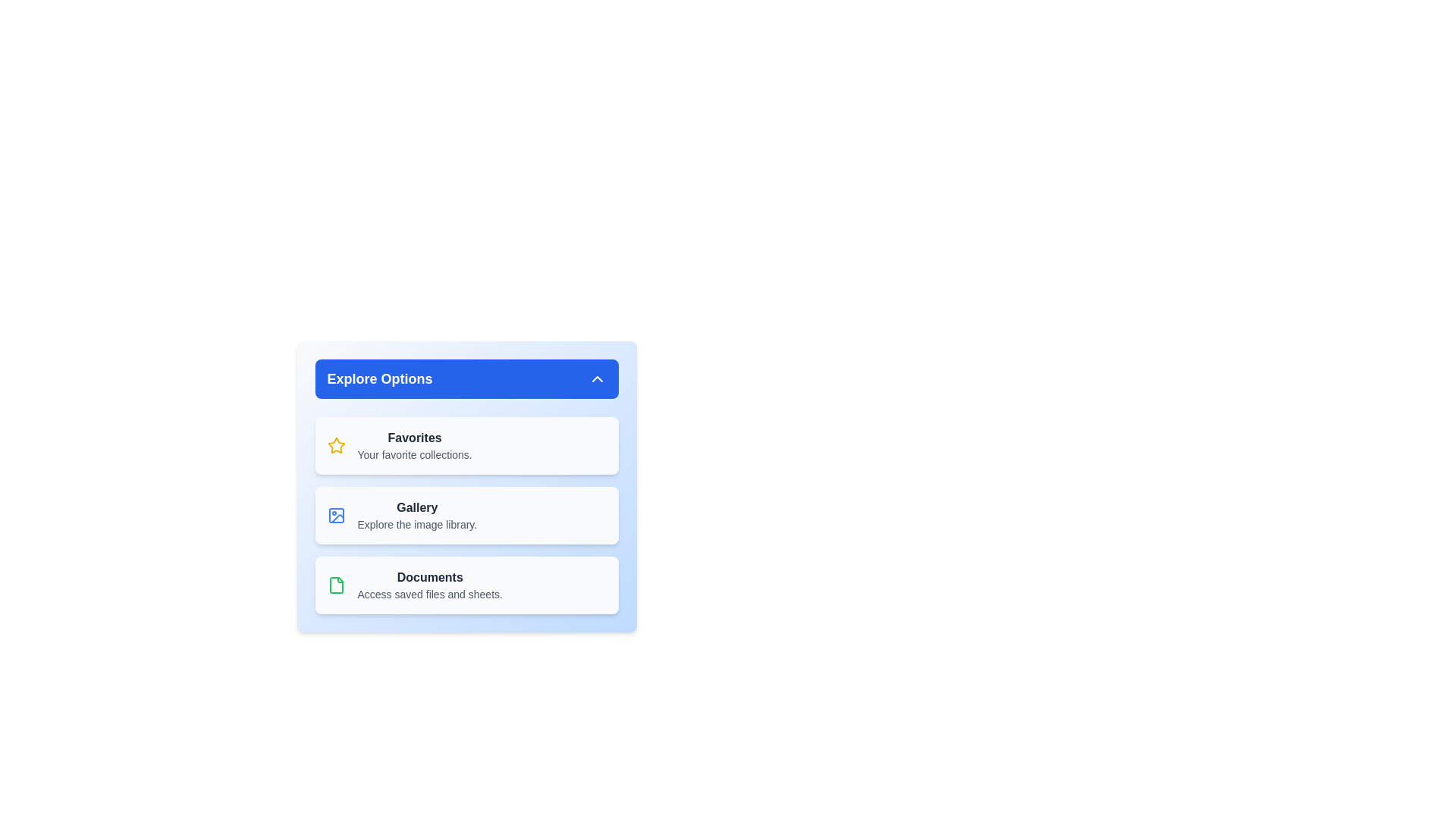 This screenshot has width=1456, height=819. Describe the element at coordinates (335, 584) in the screenshot. I see `the 'Documents' button which is represented by a green outlined file icon located at the bottom section of the dropdown menu under the 'Documents' option` at that location.